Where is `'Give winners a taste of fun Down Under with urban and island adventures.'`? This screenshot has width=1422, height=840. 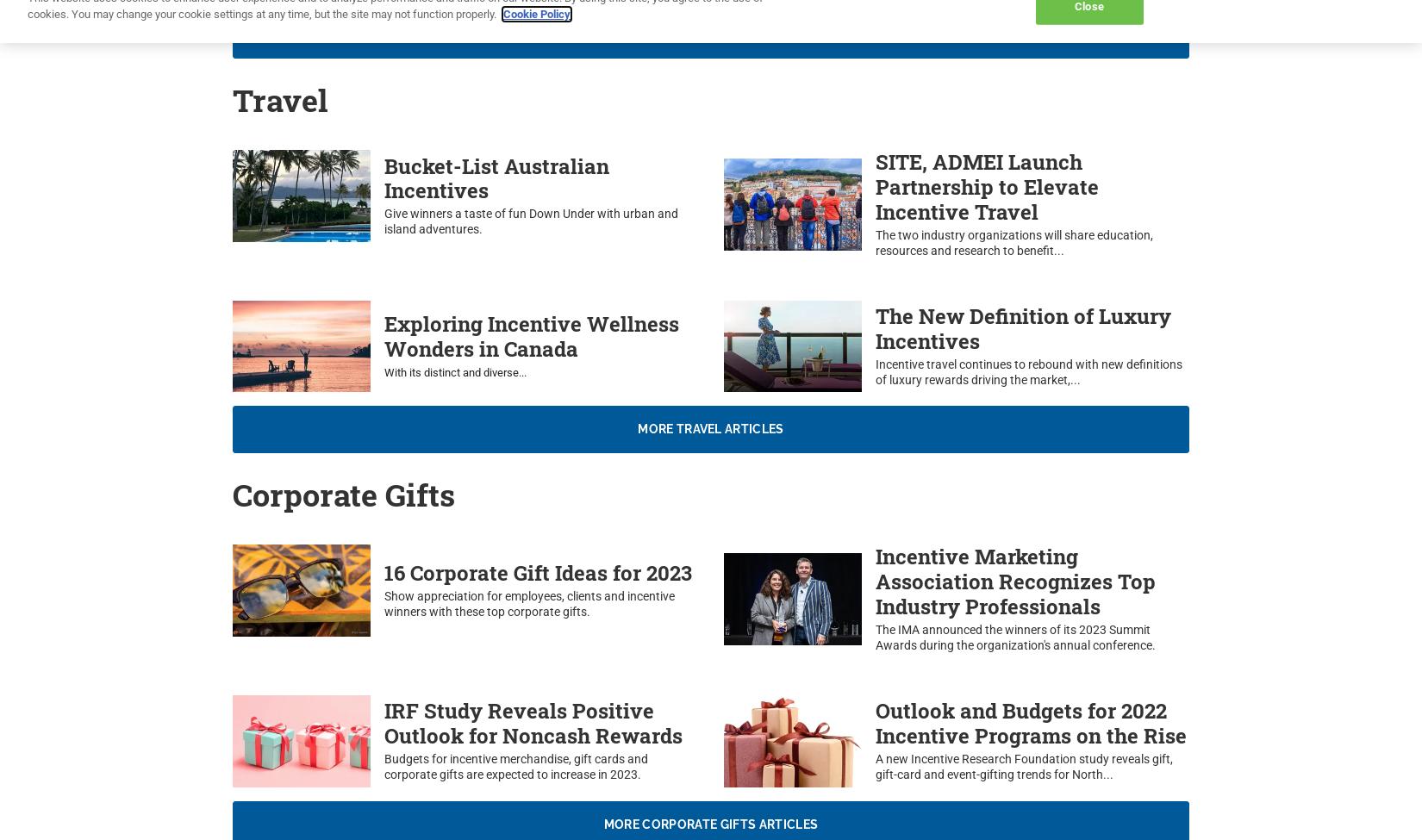
'Give winners a taste of fun Down Under with urban and island adventures.' is located at coordinates (530, 221).